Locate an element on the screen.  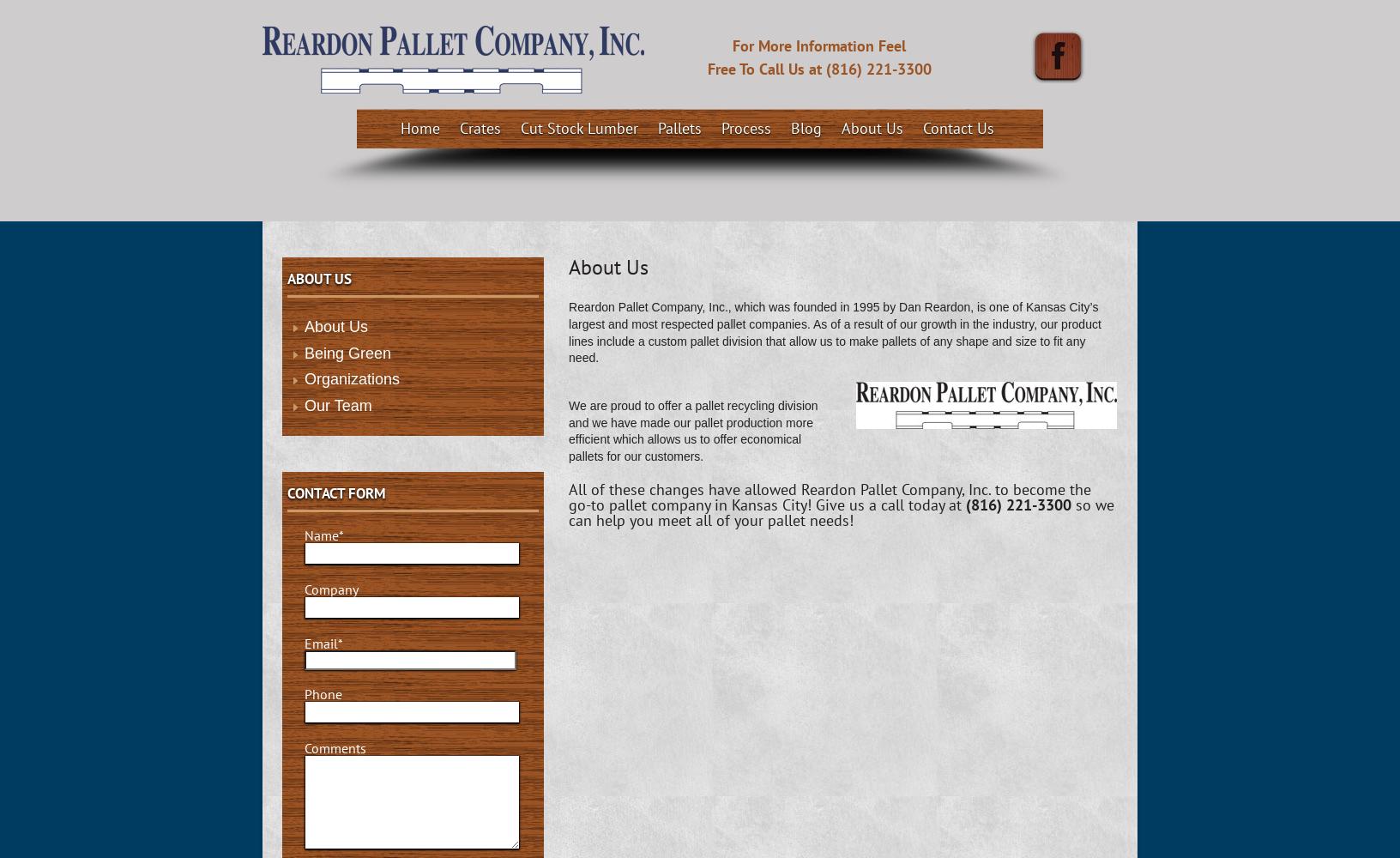
'Phone' is located at coordinates (323, 694).